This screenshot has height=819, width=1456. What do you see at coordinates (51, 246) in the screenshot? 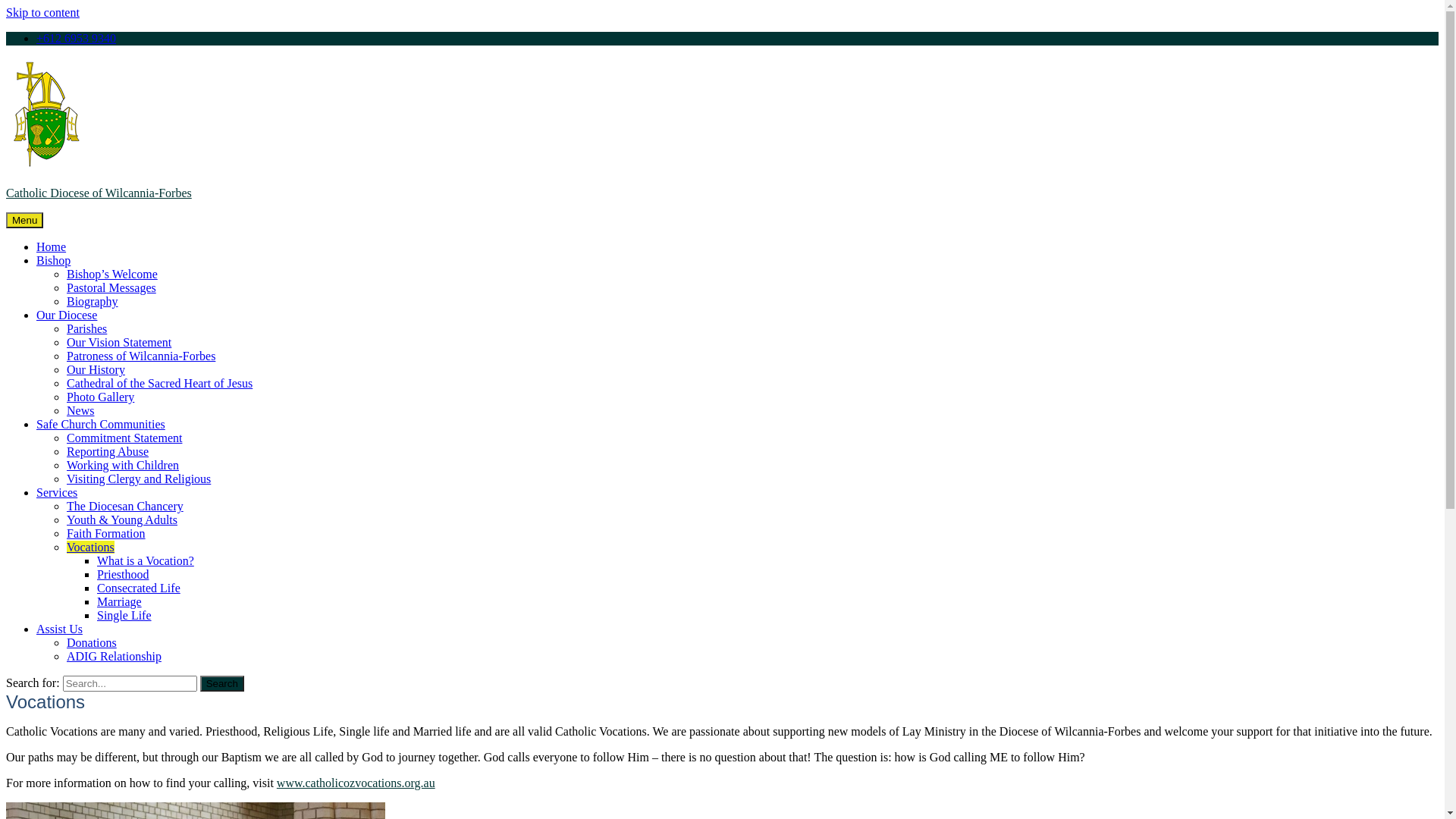
I see `'Home'` at bounding box center [51, 246].